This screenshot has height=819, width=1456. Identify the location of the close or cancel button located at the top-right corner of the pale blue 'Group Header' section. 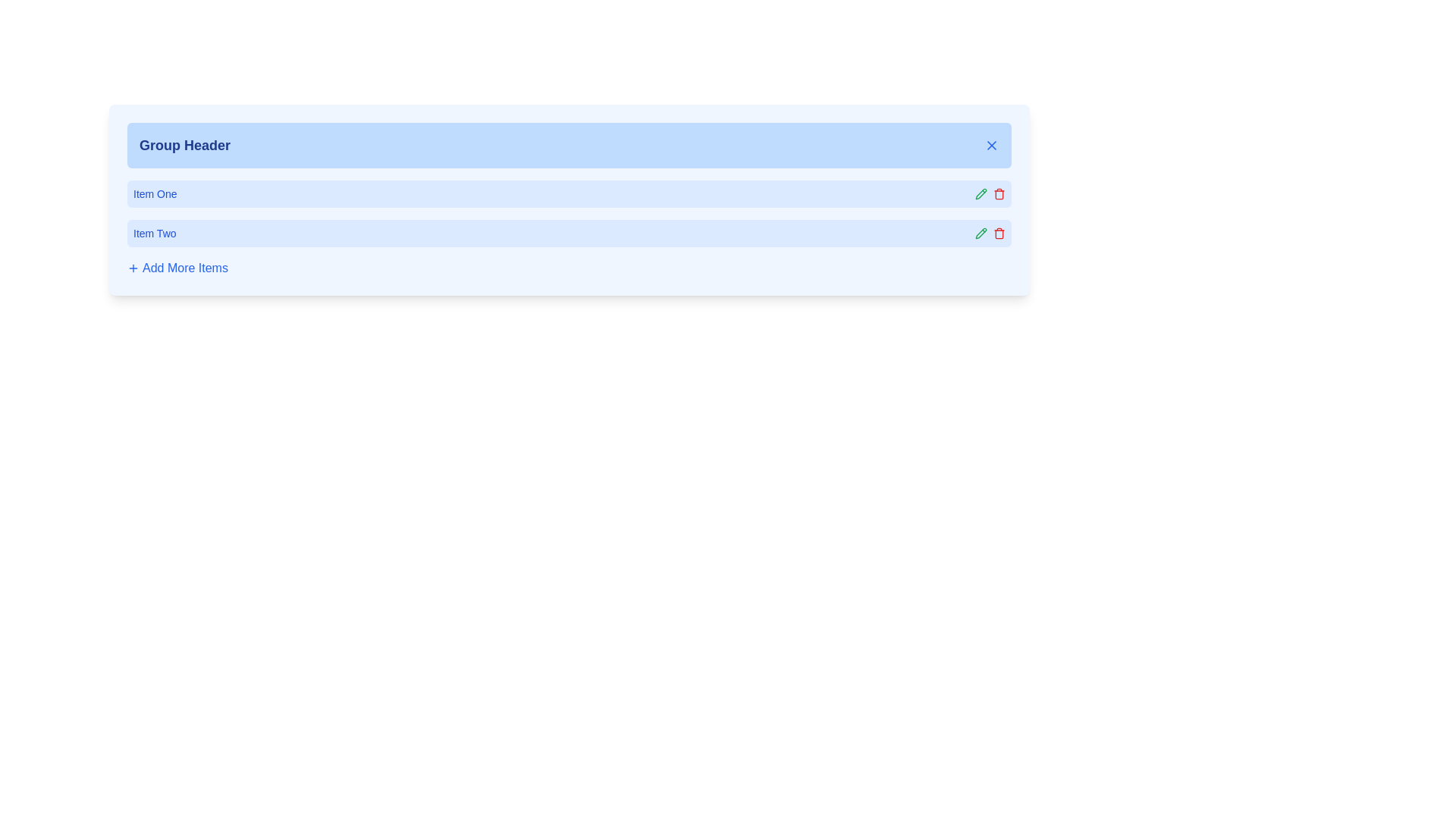
(992, 146).